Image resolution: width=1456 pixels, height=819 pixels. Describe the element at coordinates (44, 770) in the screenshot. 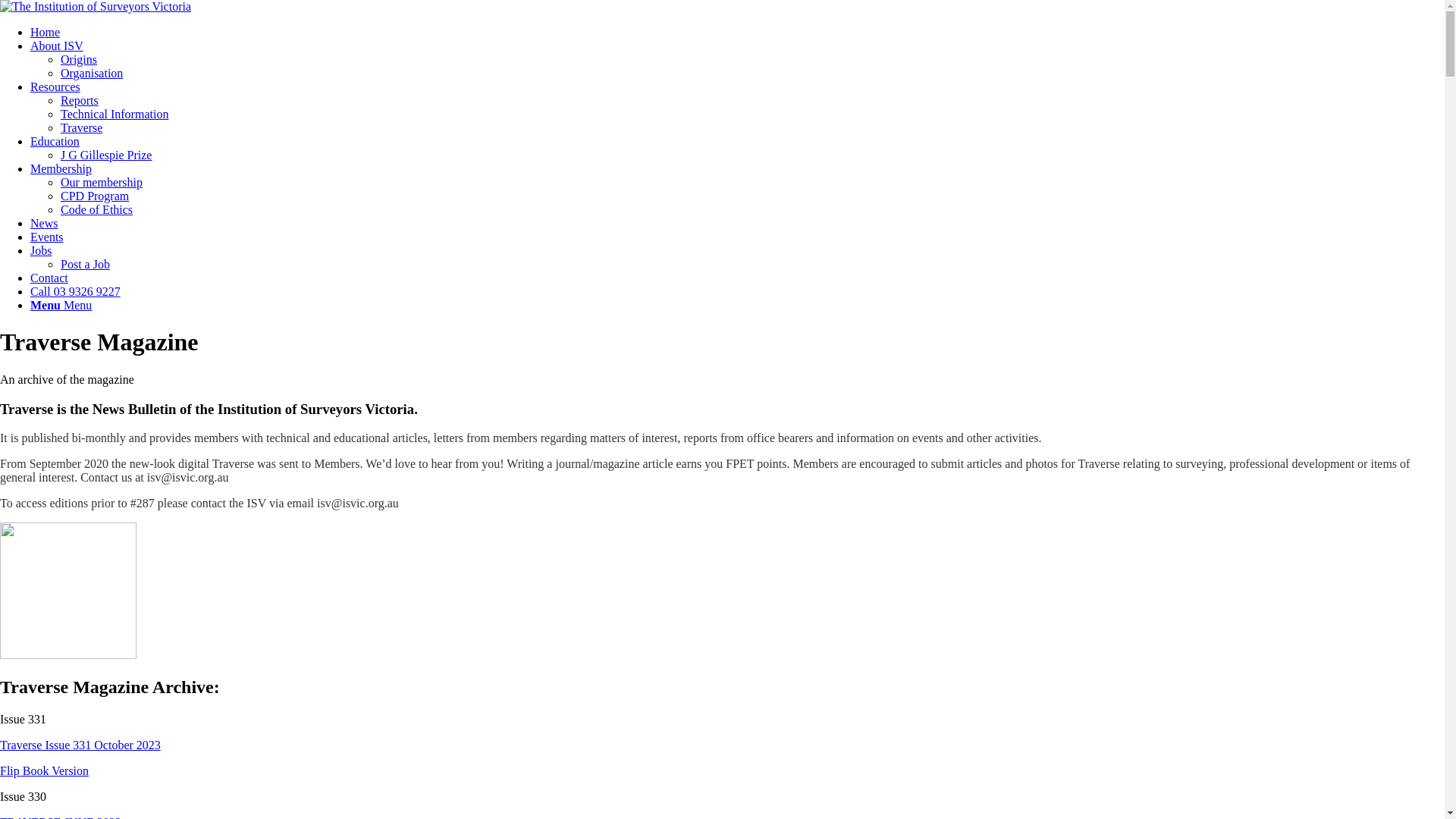

I see `'Flip Book Version'` at that location.